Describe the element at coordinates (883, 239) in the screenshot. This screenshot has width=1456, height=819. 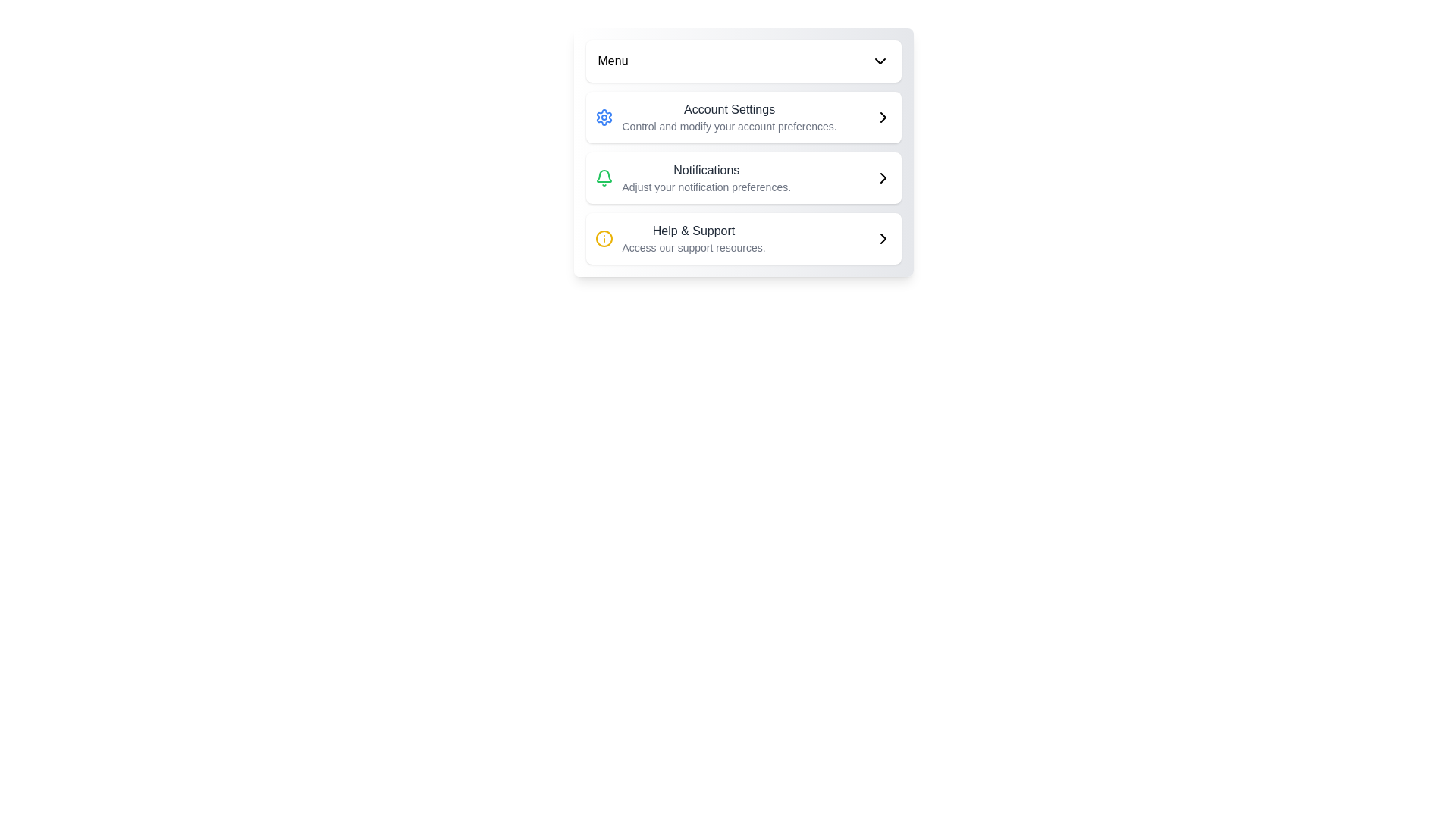
I see `the right-facing chevron icon in the Help & Support section of the menu` at that location.